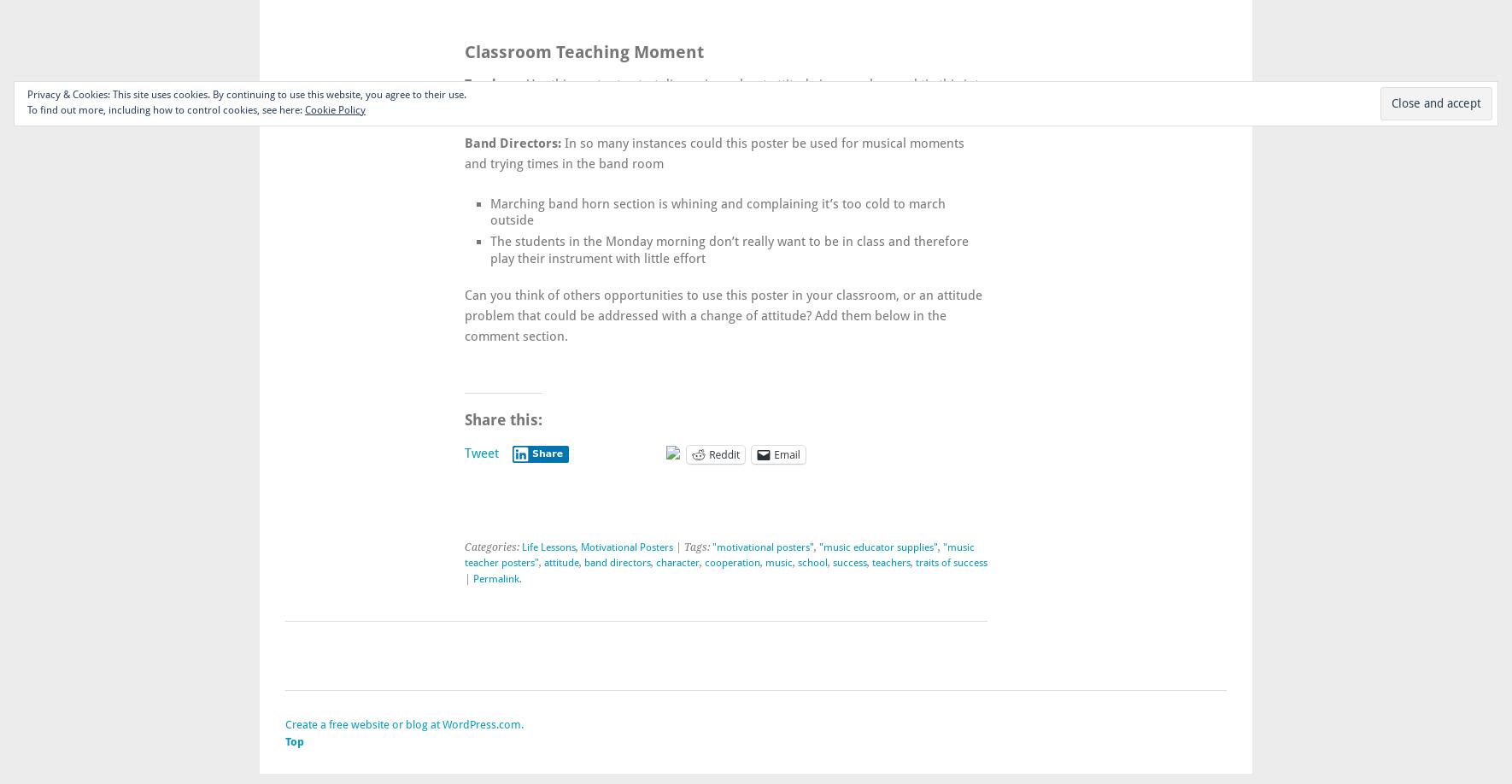  I want to click on 'To find out more, including how to control cookies, see here:', so click(166, 108).